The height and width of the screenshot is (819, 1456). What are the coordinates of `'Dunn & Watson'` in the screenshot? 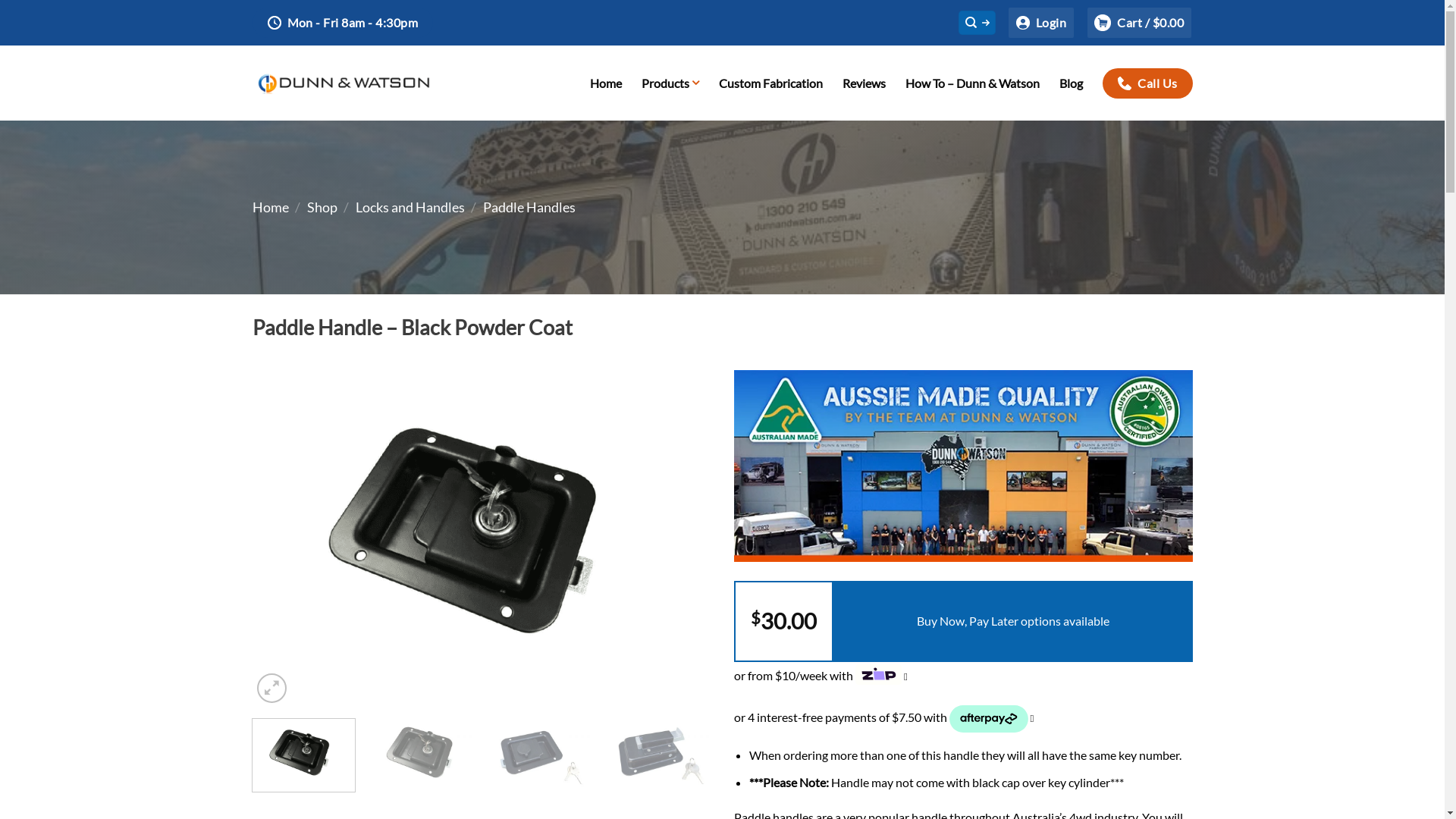 It's located at (341, 83).